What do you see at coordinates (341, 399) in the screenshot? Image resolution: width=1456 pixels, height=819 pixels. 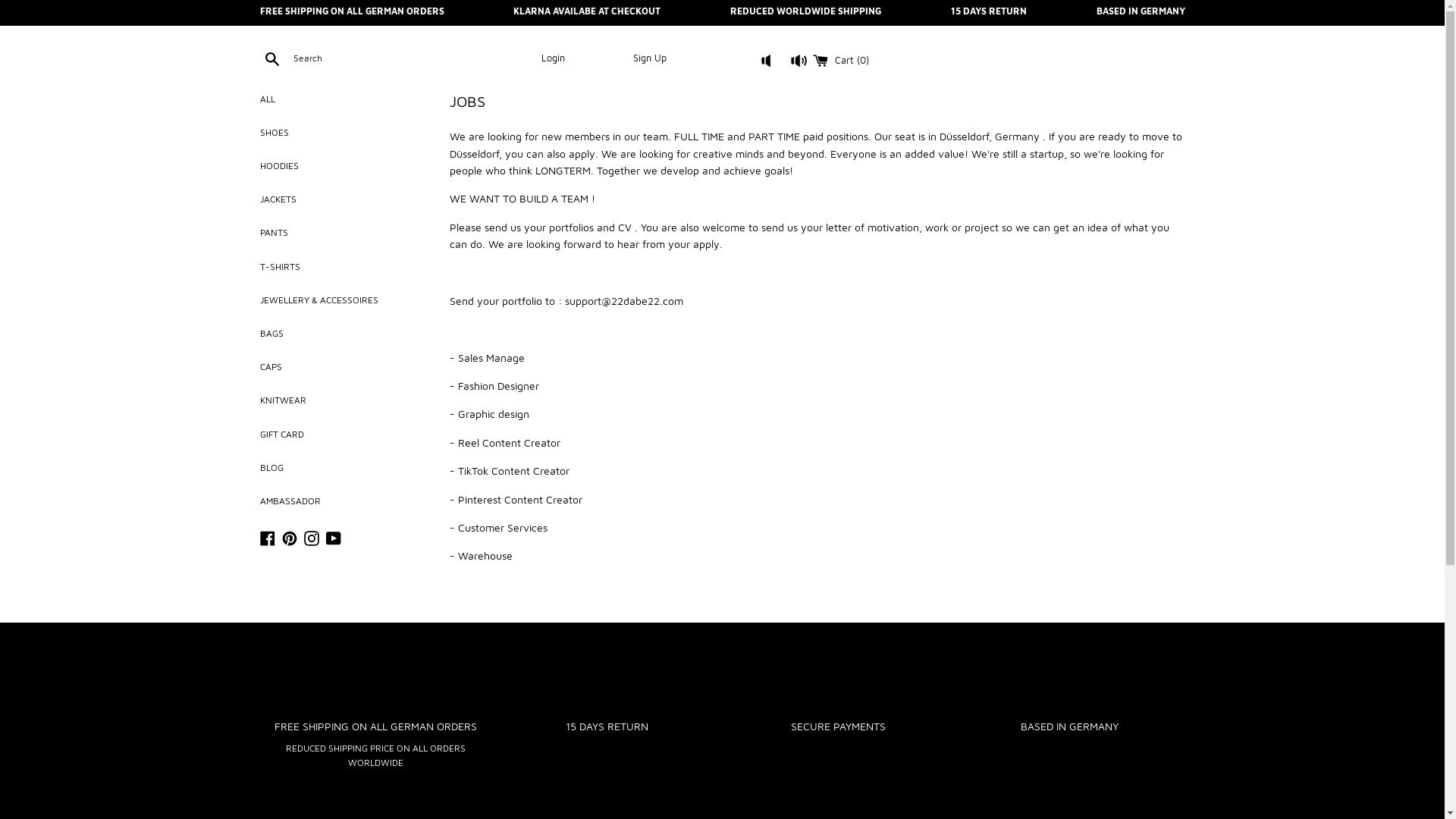 I see `'KNITWEAR'` at bounding box center [341, 399].